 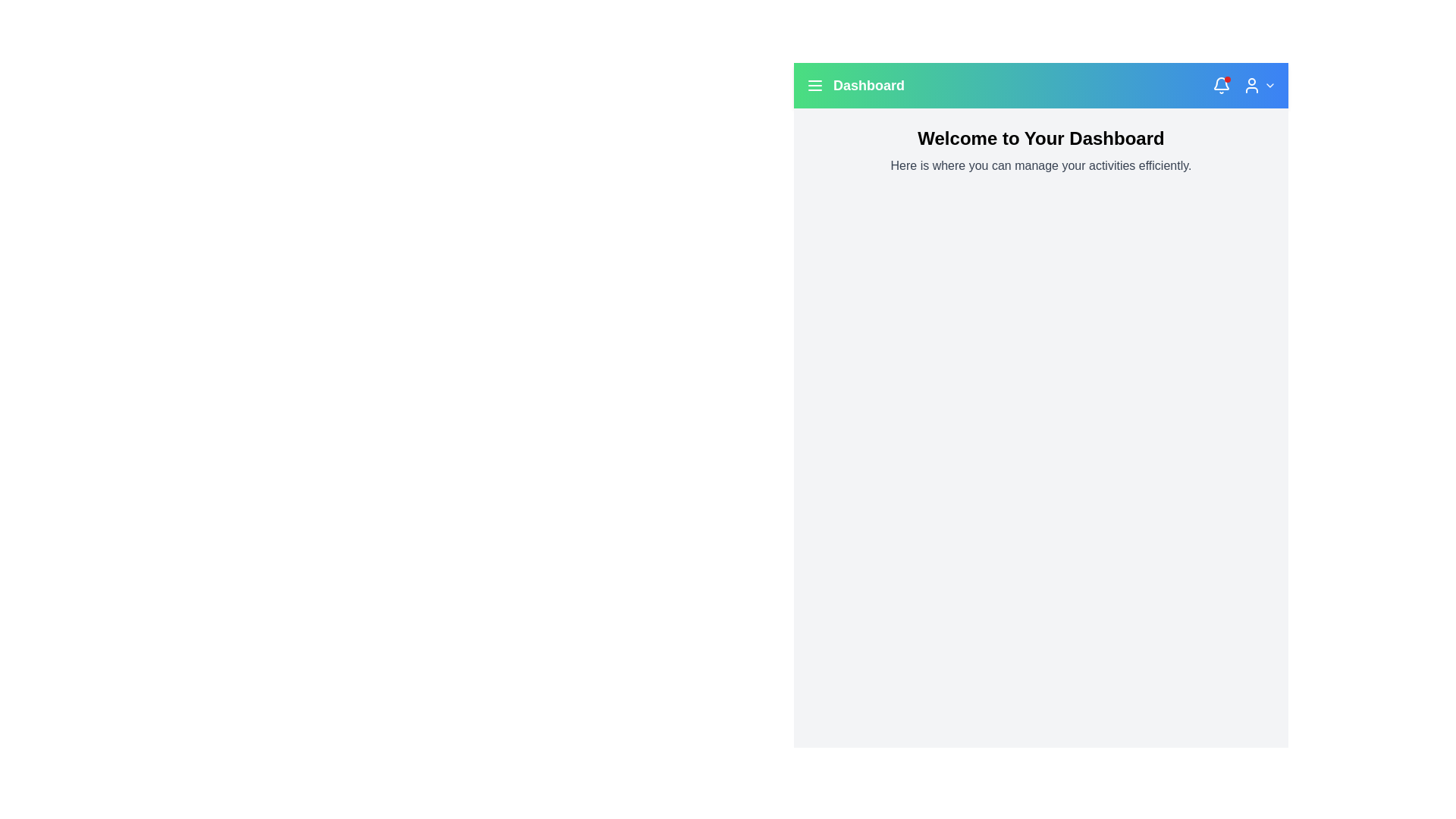 What do you see at coordinates (1252, 85) in the screenshot?
I see `the user silhouette icon located in the horizontal toolbar at the top of the page, specifically the second position from the right` at bounding box center [1252, 85].